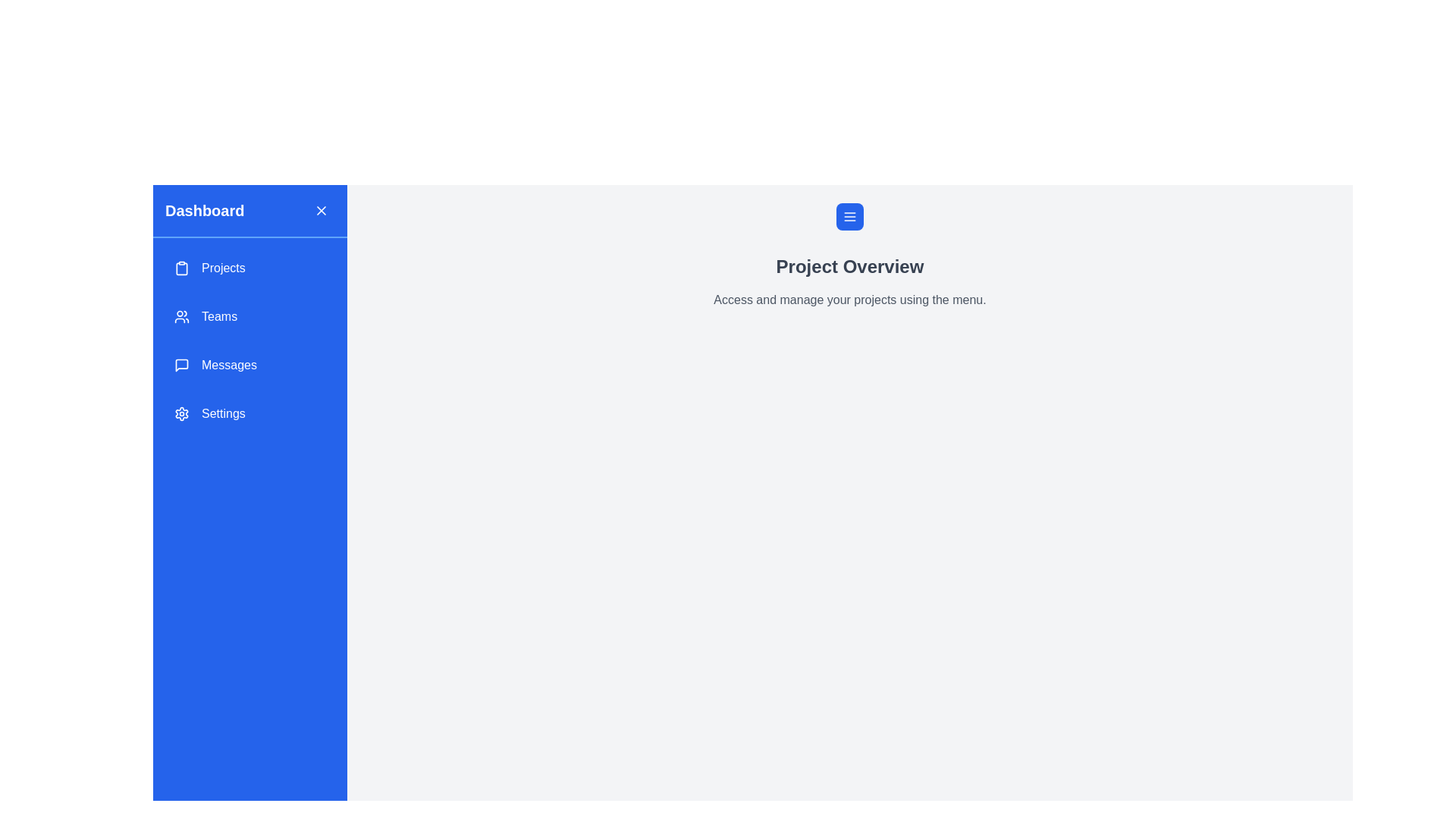 Image resolution: width=1456 pixels, height=819 pixels. Describe the element at coordinates (222, 268) in the screenshot. I see `the 'Projects' menu item label located directly to the right of the clipboard icon in the vertical sidebar, which is the first entry below the 'Dashboard' title` at that location.